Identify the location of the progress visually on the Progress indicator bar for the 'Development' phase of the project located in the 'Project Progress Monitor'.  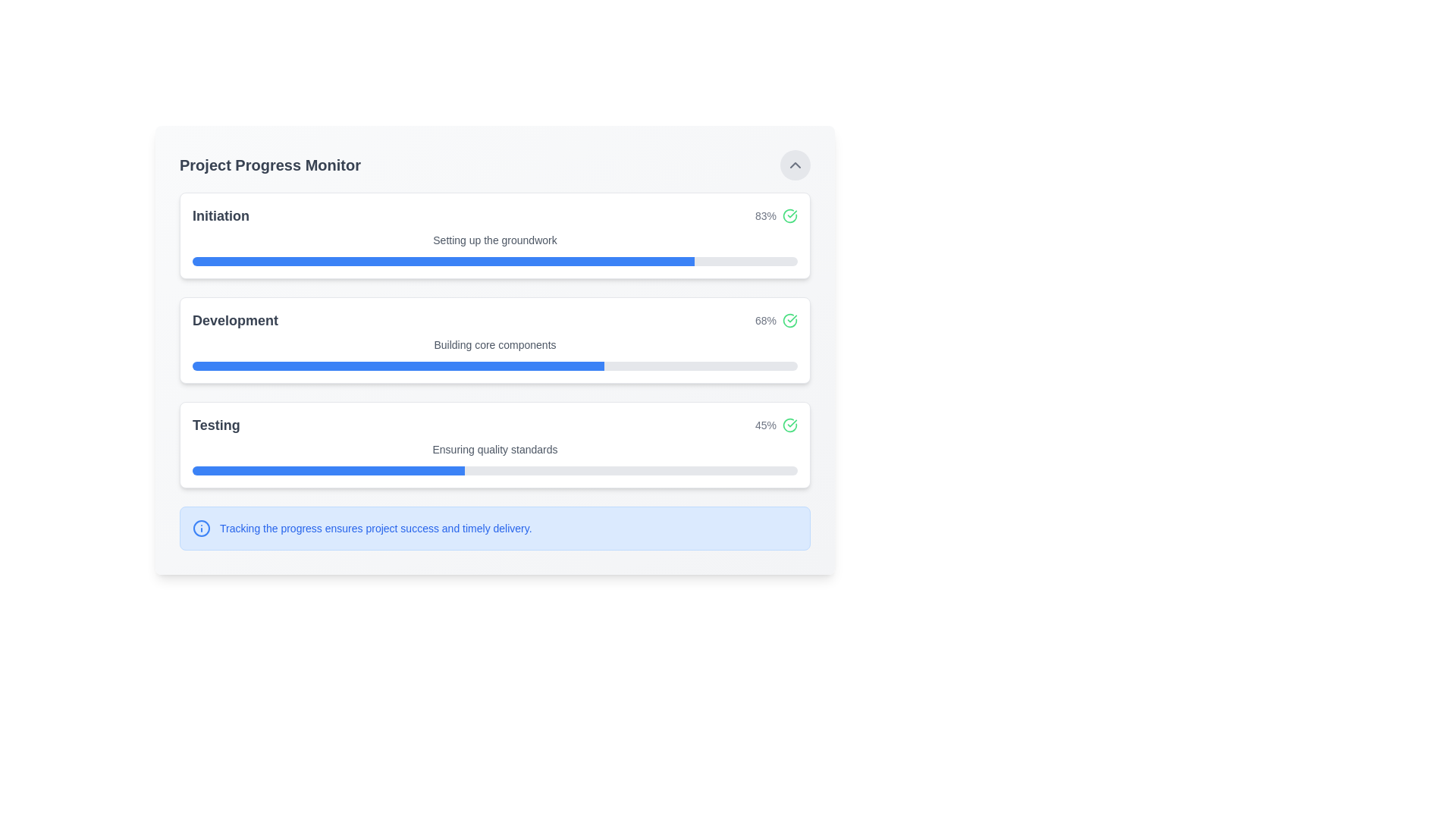
(398, 366).